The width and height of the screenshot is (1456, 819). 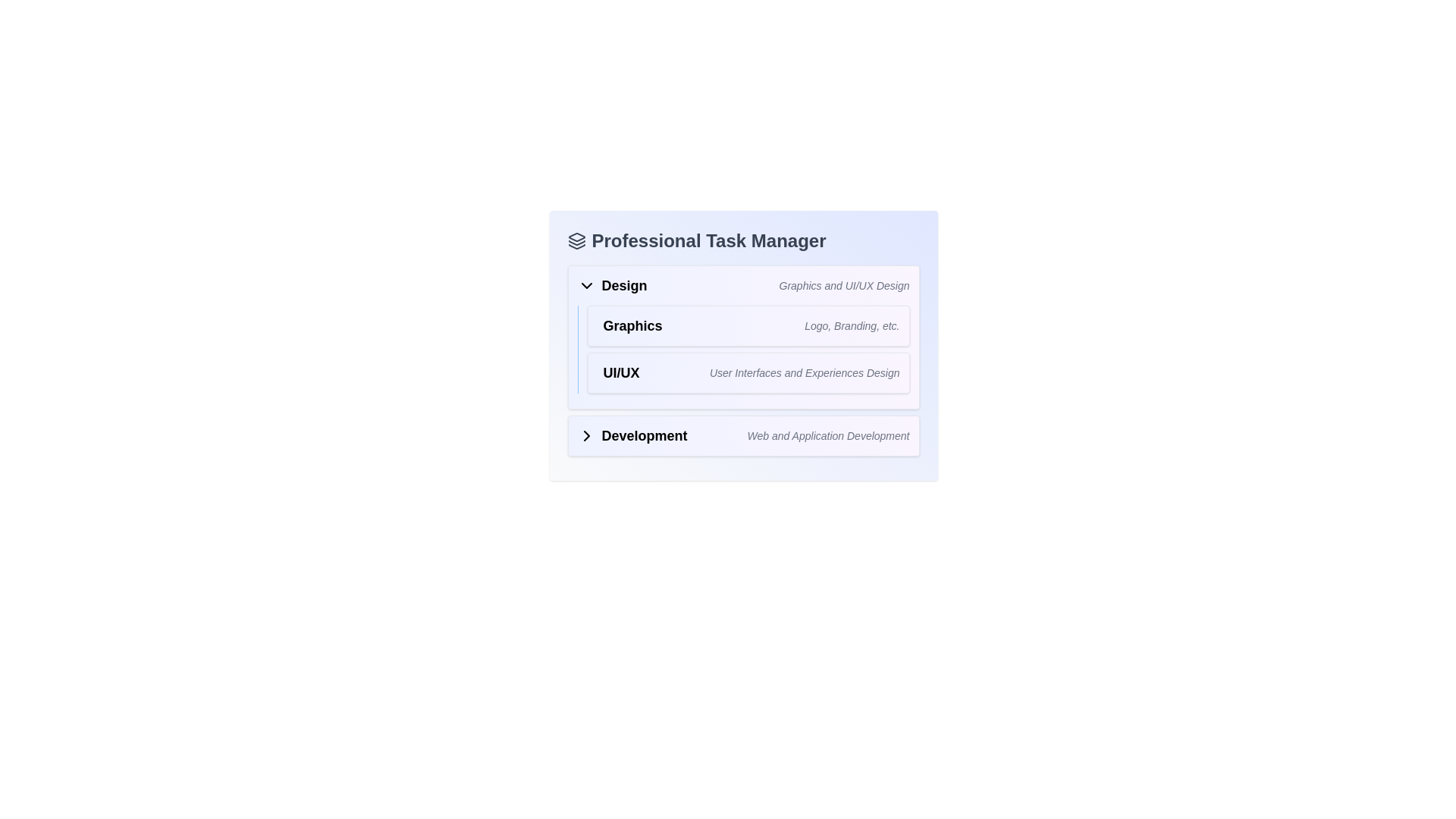 I want to click on the chevron icon located to the right of the 'Development' text entry, so click(x=585, y=435).